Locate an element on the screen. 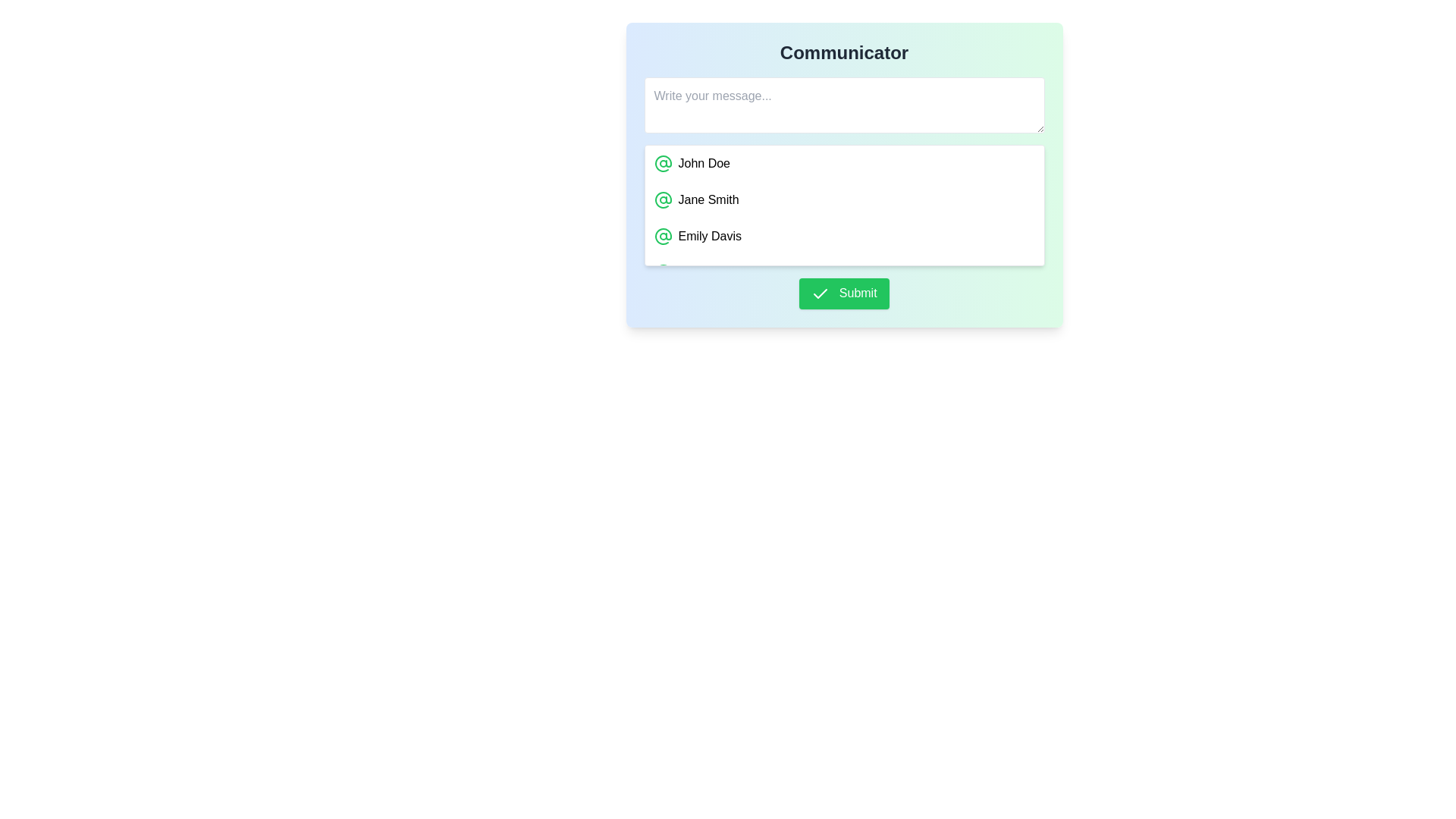 The width and height of the screenshot is (1456, 819). the text label displaying 'Emily Davis' is located at coordinates (709, 237).